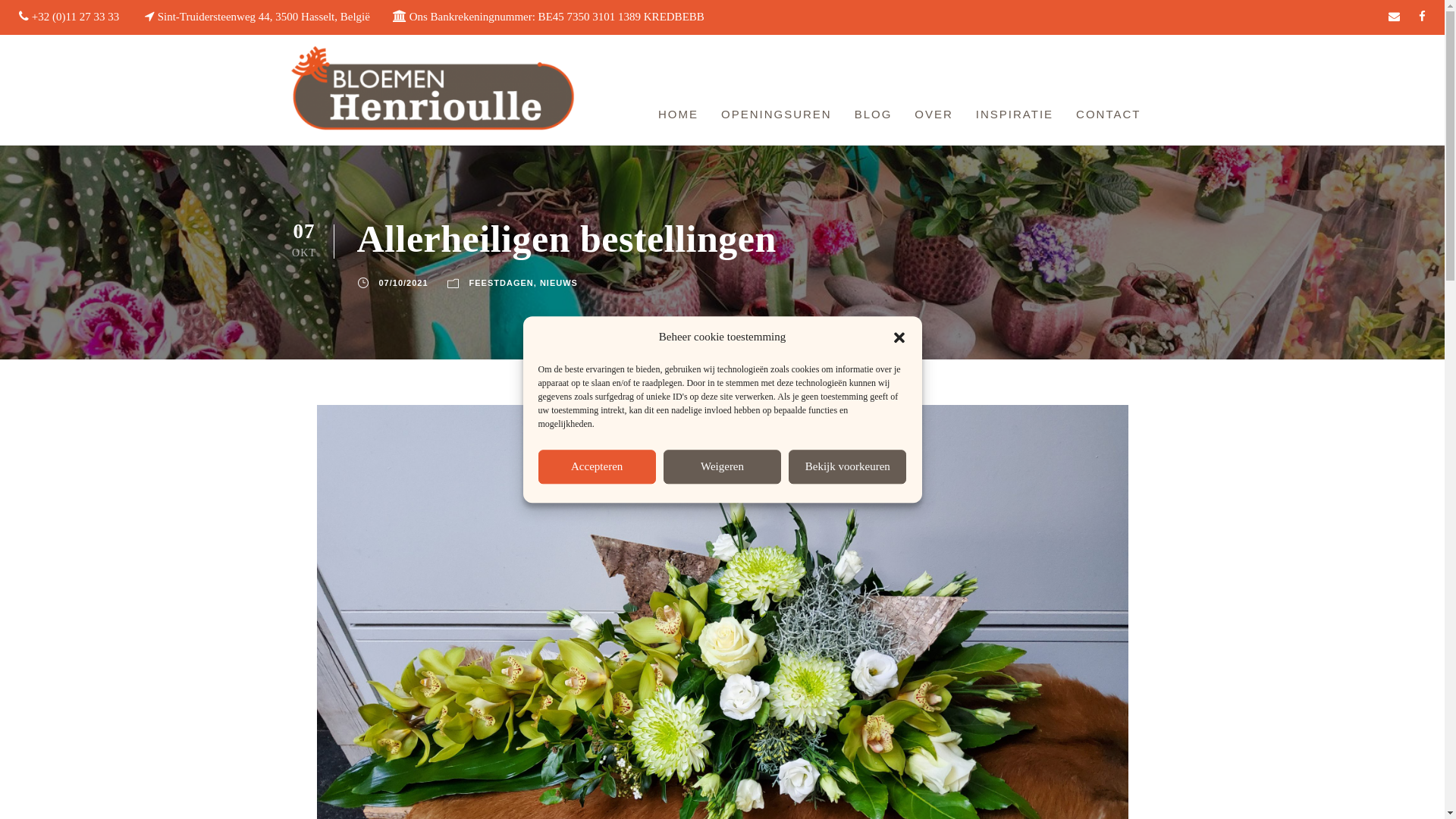  Describe the element at coordinates (501, 283) in the screenshot. I see `'FEESTDAGEN'` at that location.